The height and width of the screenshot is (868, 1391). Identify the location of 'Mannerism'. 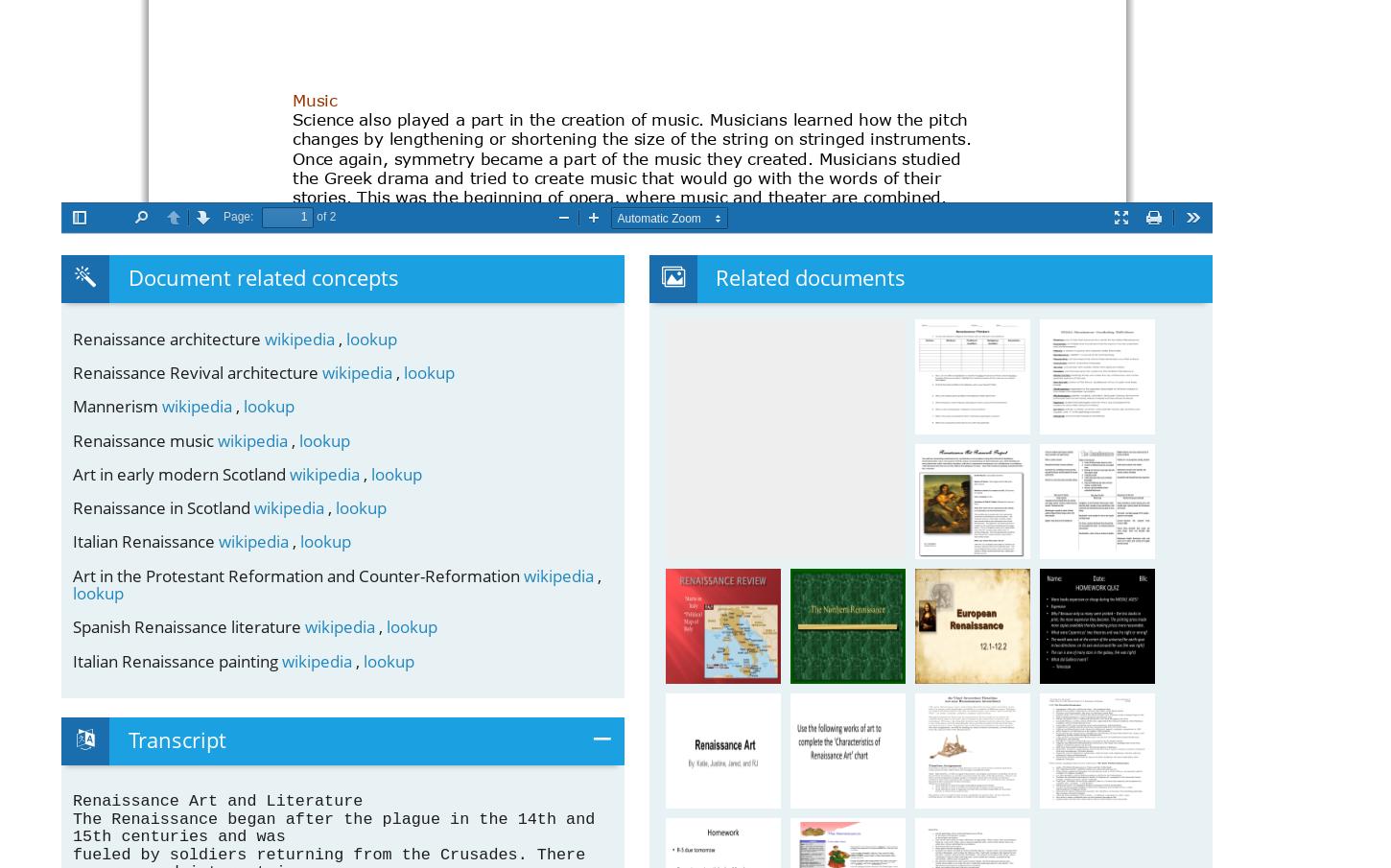
(72, 405).